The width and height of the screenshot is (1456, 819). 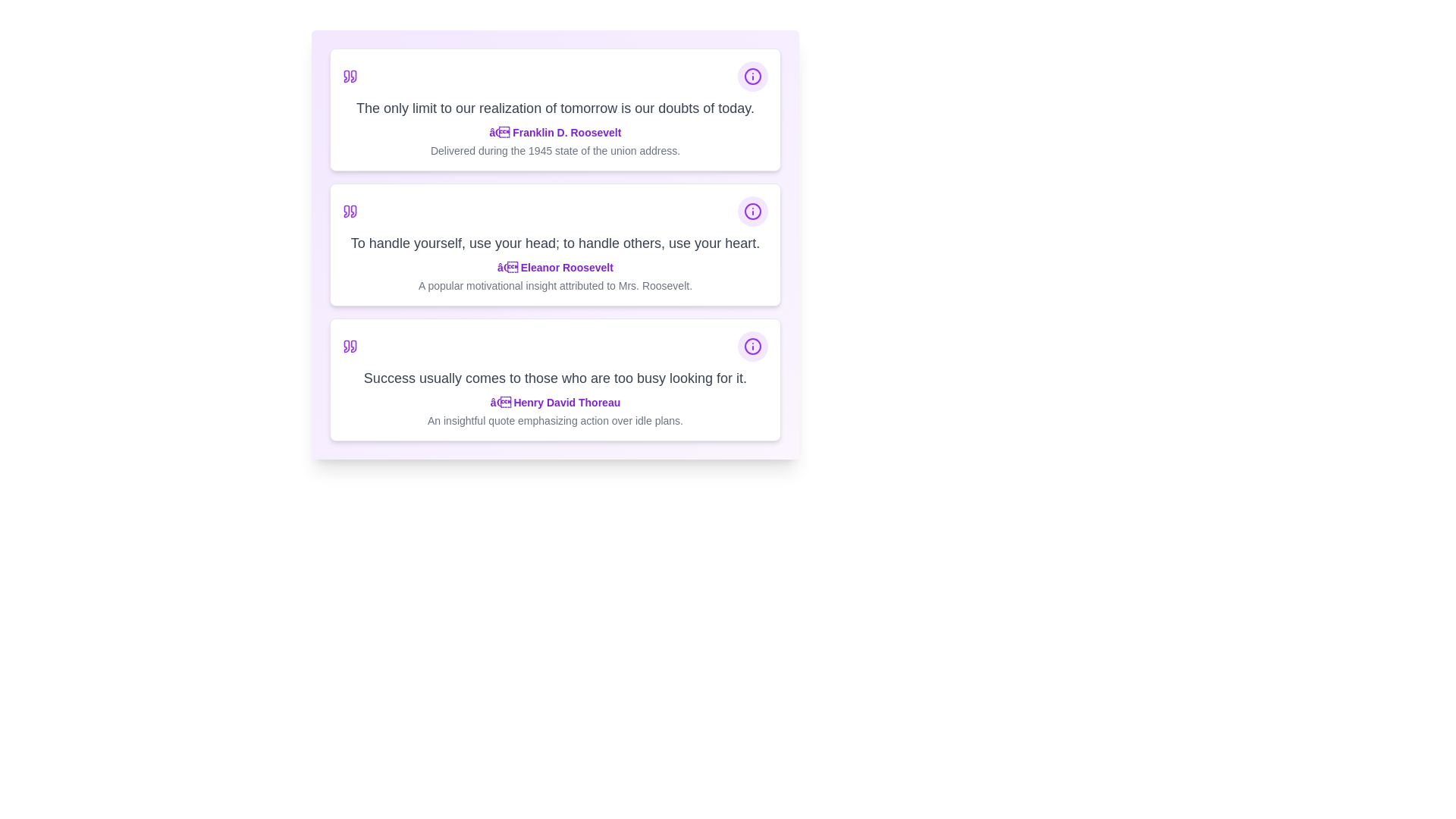 I want to click on the SVG graphic icon representing quotes located at the top-left corner of the quote card, so click(x=349, y=211).